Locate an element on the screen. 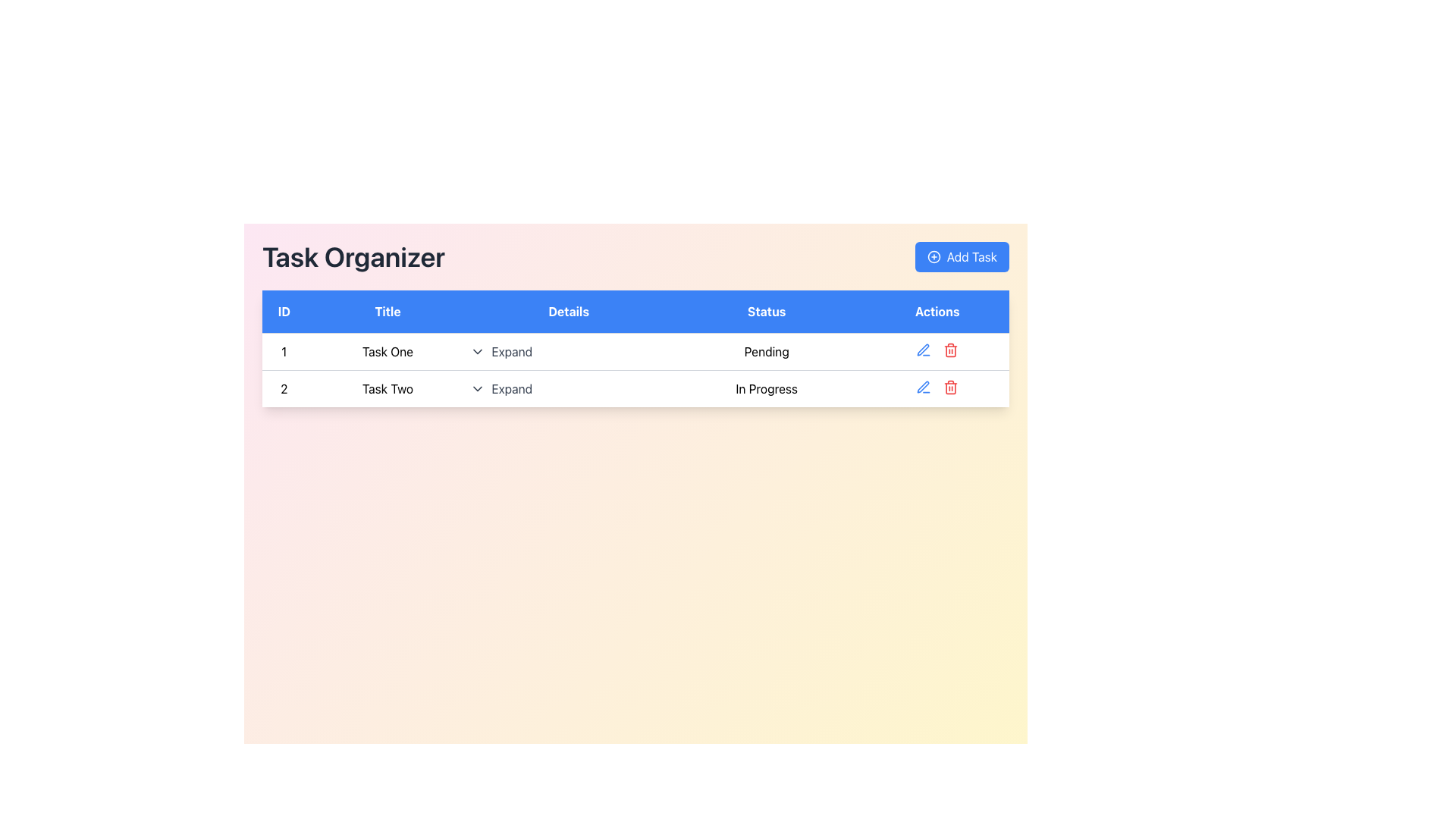  the toggle button in the first row of the 'Task Organizer' data table under the 'Details' column is located at coordinates (501, 351).